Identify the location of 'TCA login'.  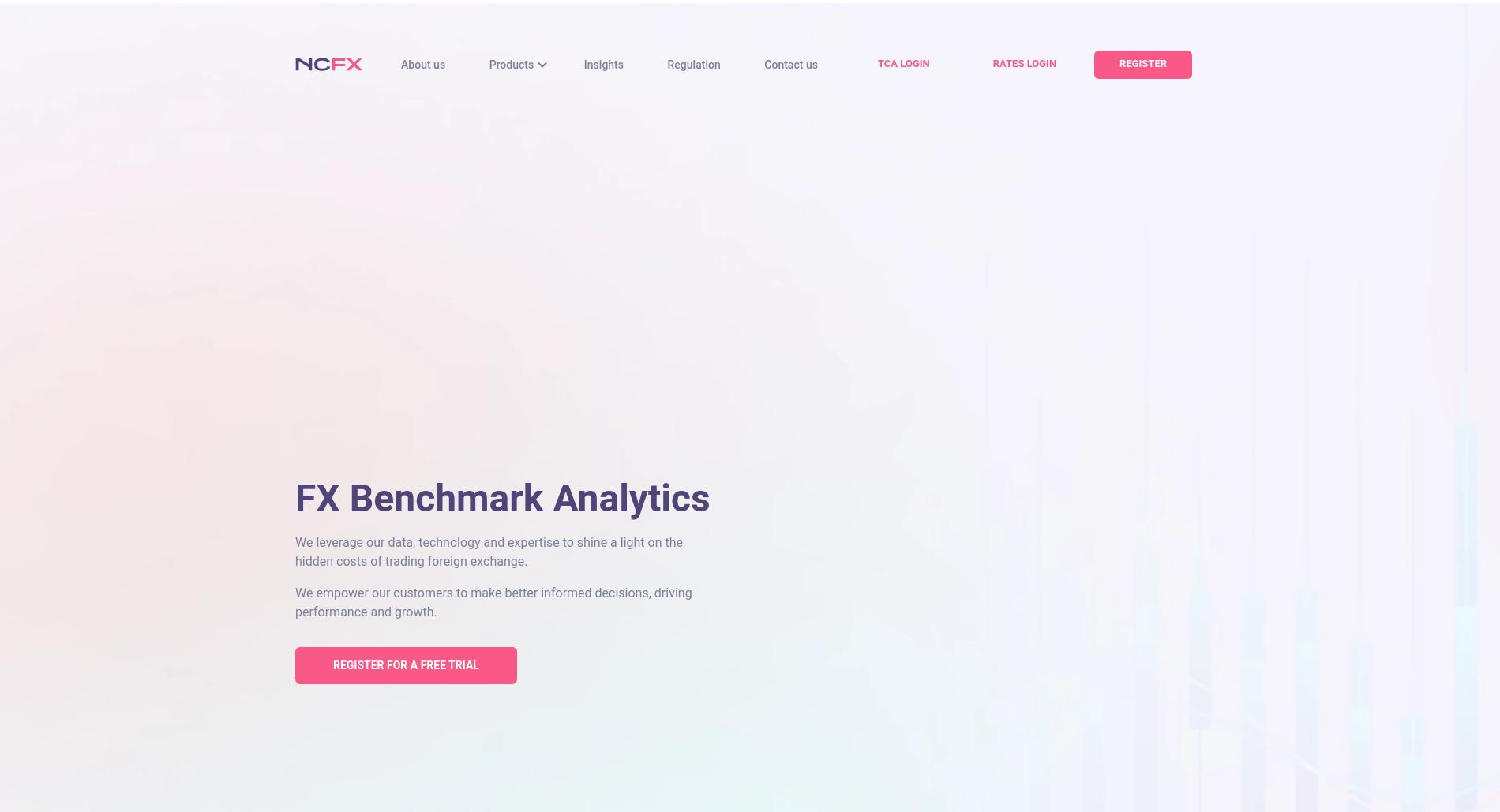
(902, 62).